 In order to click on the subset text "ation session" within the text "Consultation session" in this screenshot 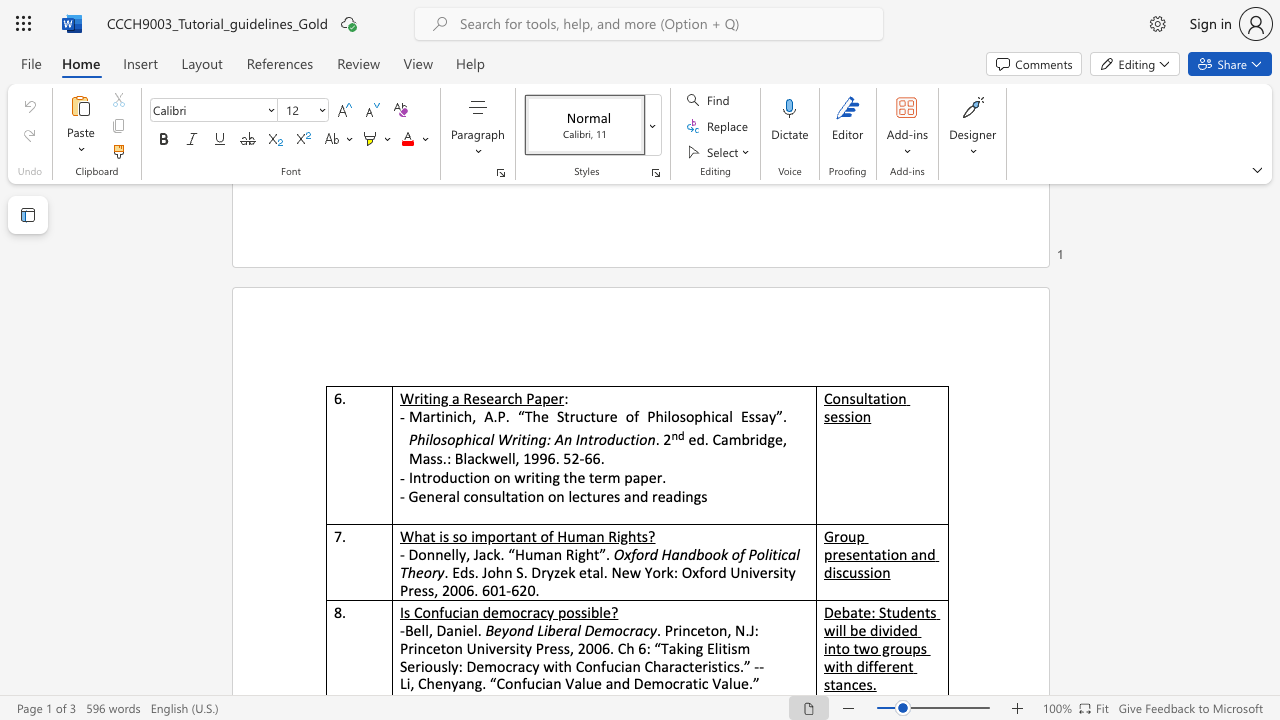, I will do `click(873, 398)`.